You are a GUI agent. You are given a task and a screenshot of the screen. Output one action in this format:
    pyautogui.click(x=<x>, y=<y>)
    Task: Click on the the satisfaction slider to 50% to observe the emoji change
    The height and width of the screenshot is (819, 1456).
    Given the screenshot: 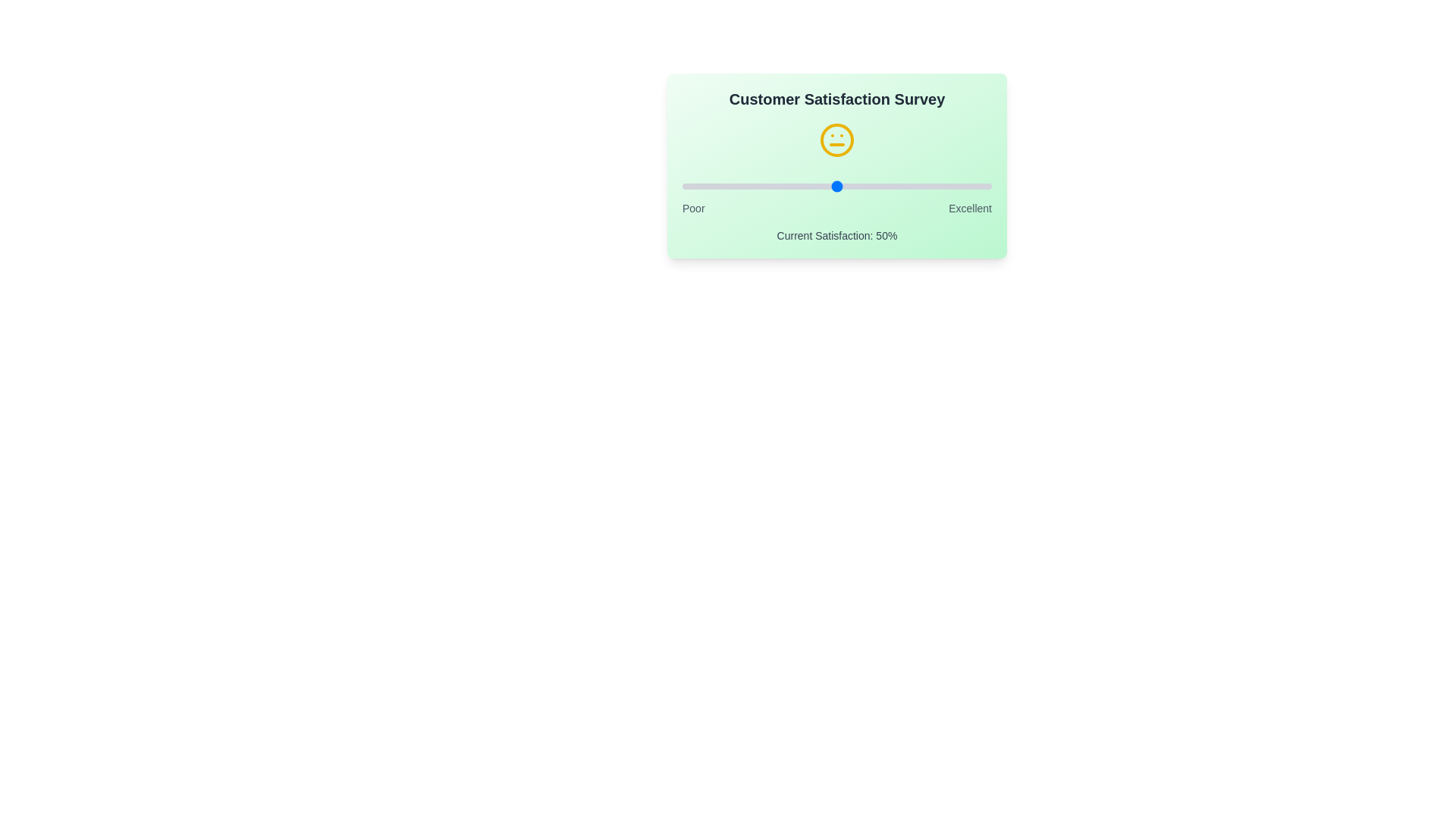 What is the action you would take?
    pyautogui.click(x=836, y=186)
    